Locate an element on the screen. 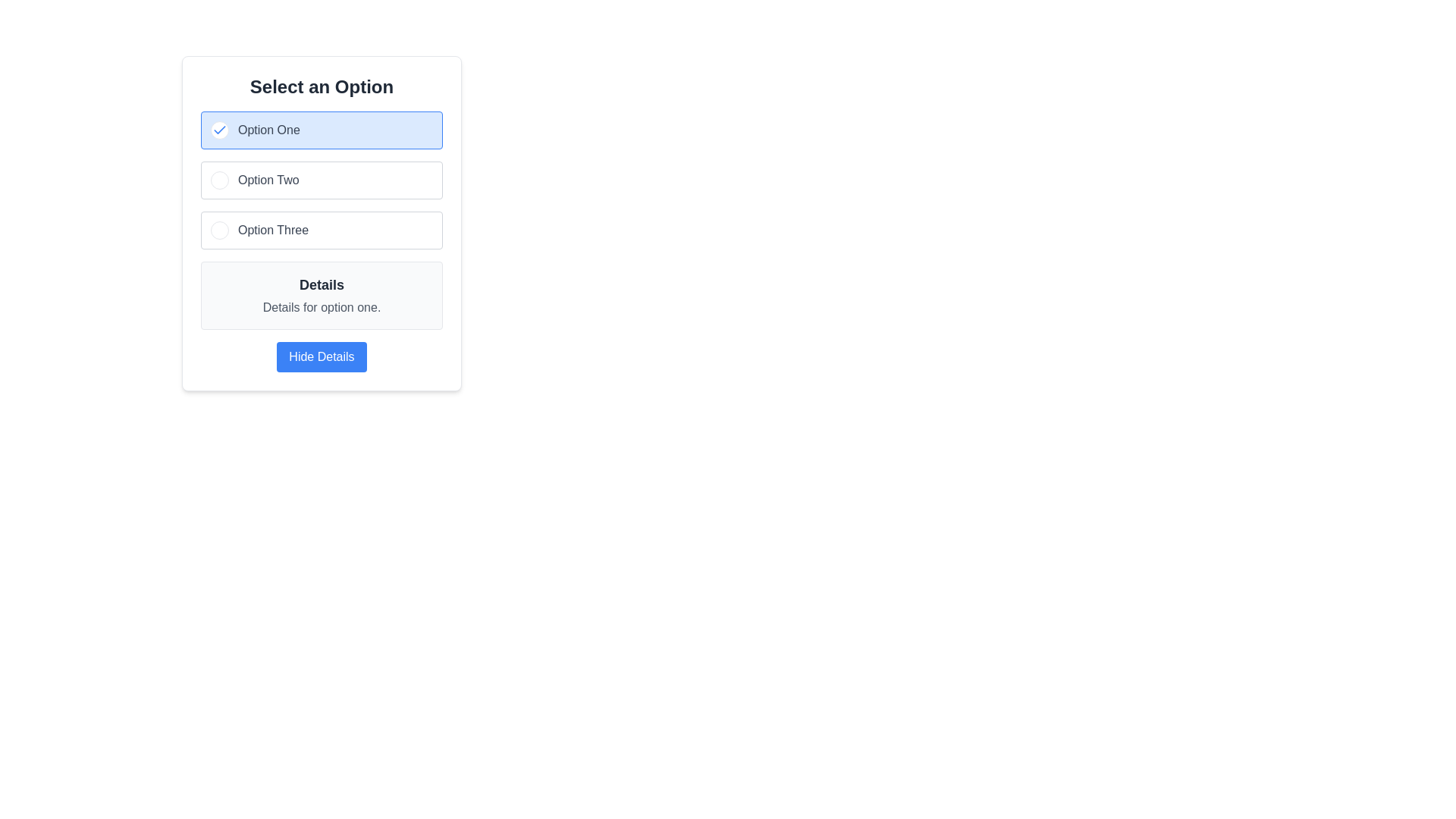 The height and width of the screenshot is (819, 1456). the unselected radio button labeled 'Option Three' is located at coordinates (321, 231).